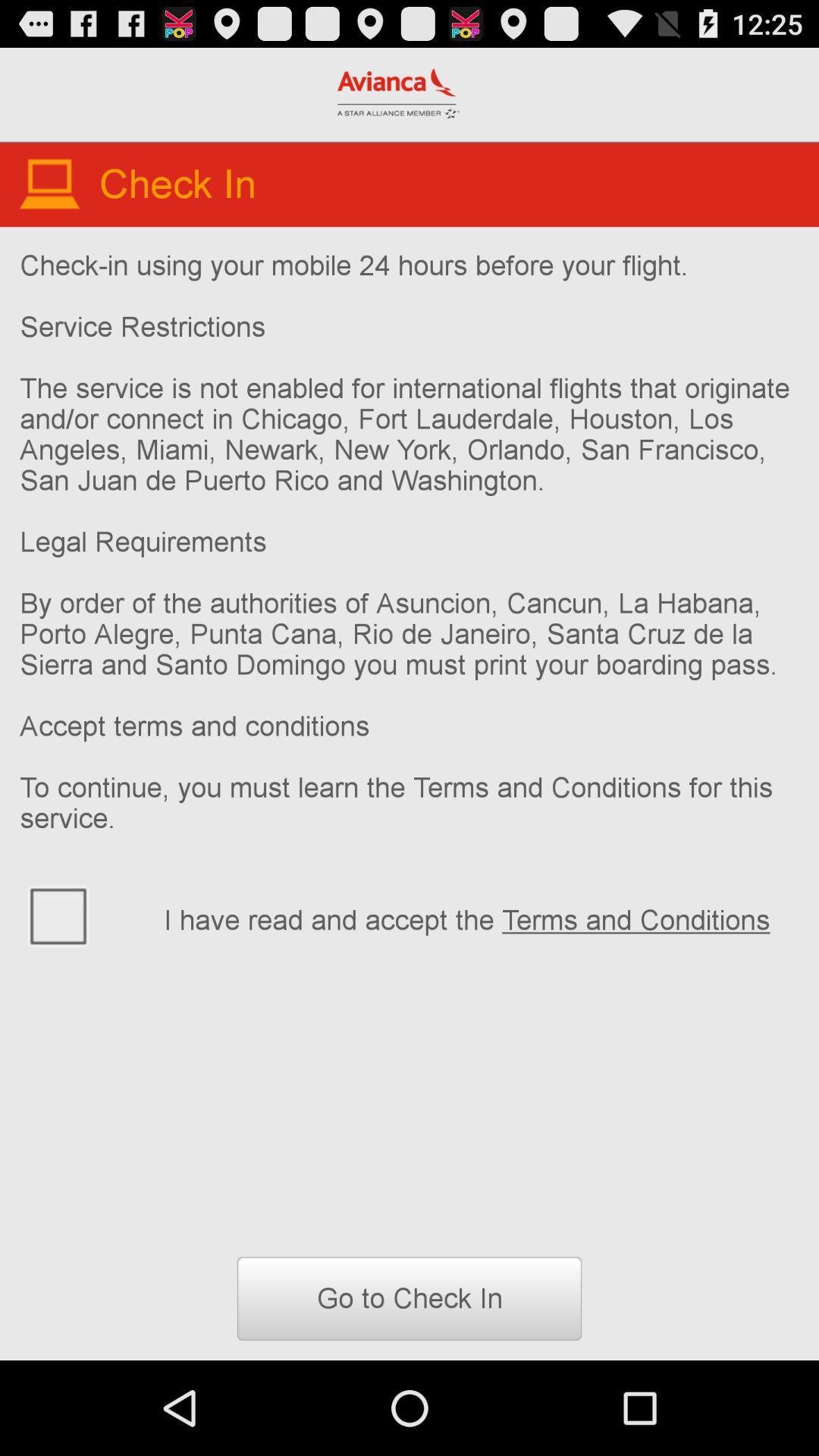 The width and height of the screenshot is (819, 1456). Describe the element at coordinates (82, 914) in the screenshot. I see `to choose terms and condintion` at that location.